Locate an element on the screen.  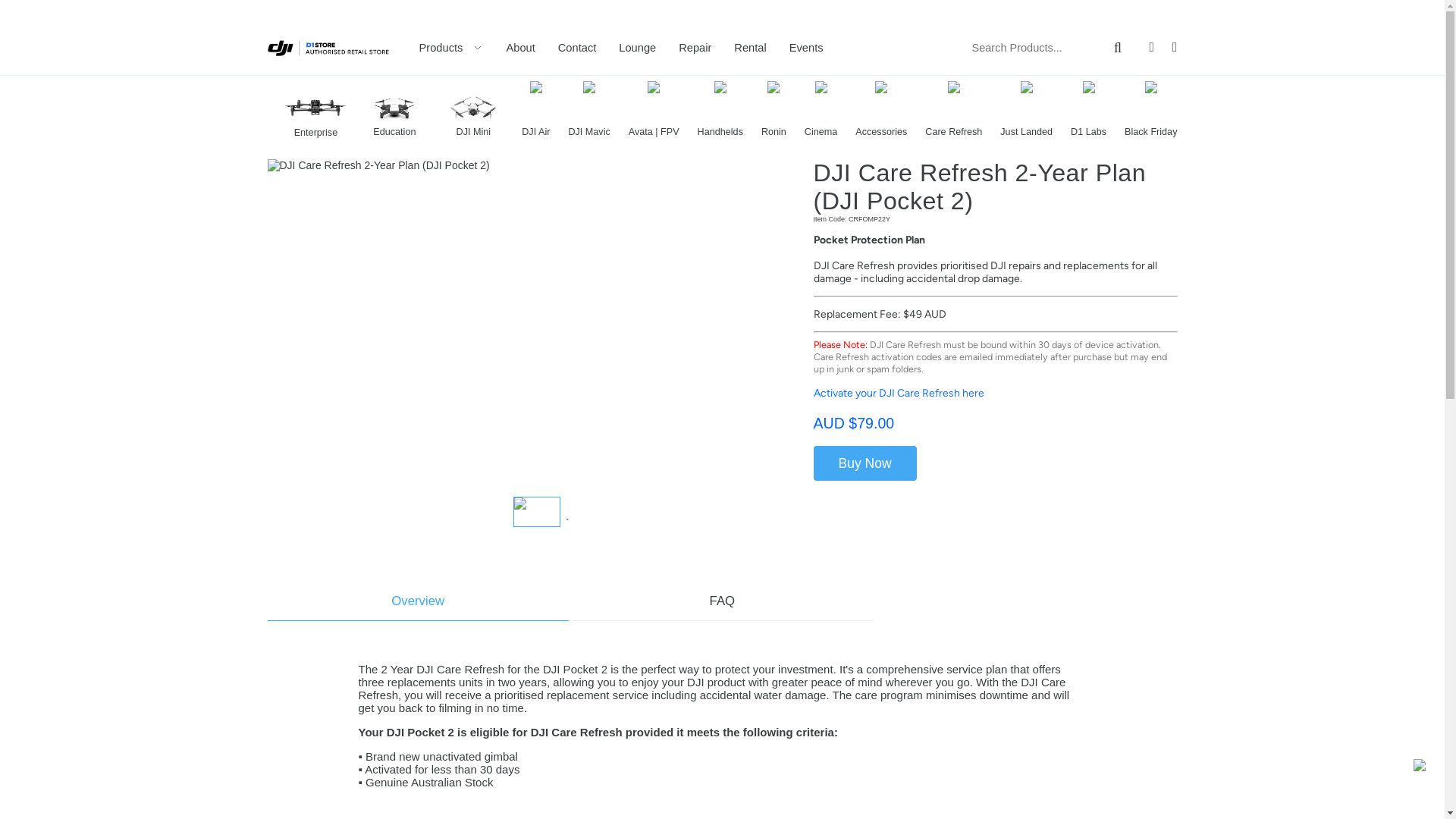
'Just Landed' is located at coordinates (1026, 108).